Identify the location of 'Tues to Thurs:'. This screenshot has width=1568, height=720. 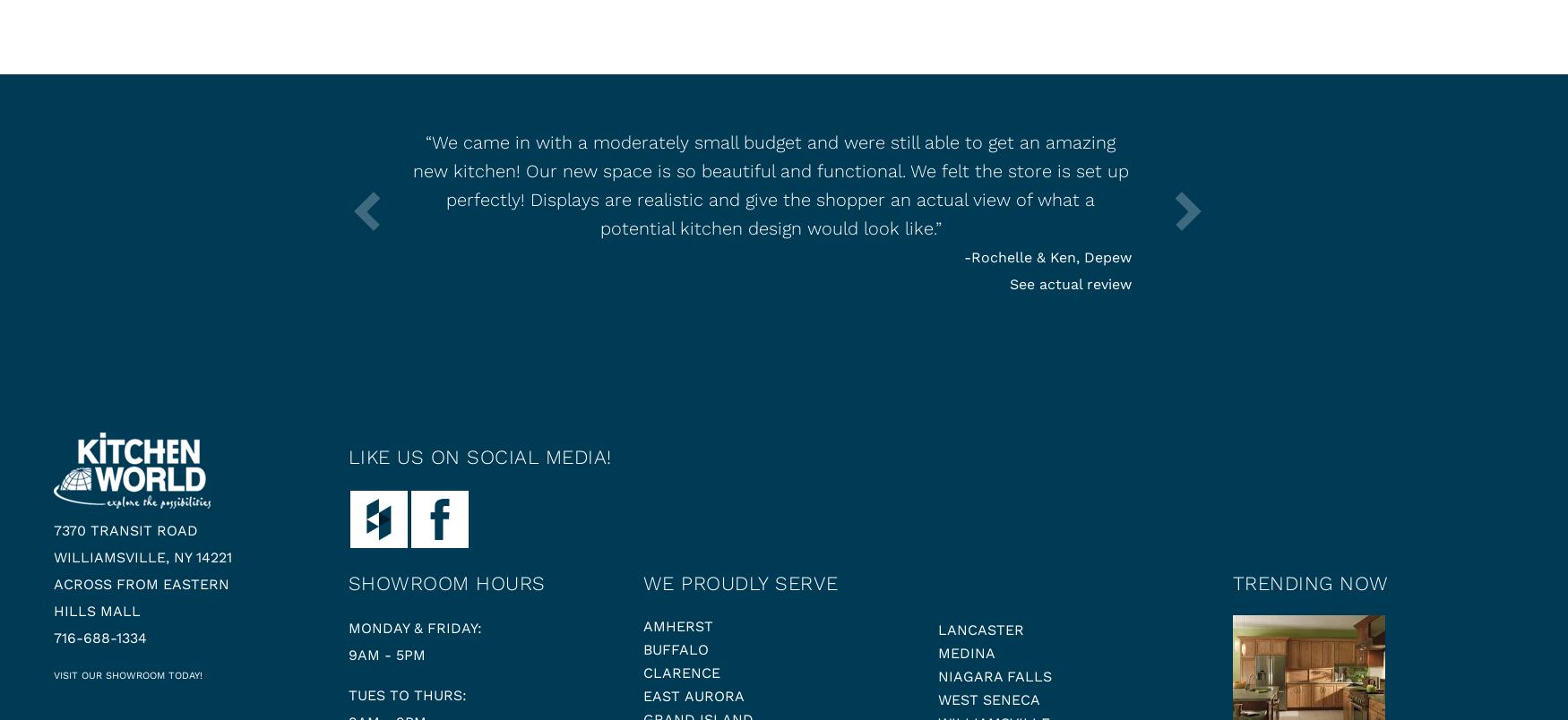
(346, 694).